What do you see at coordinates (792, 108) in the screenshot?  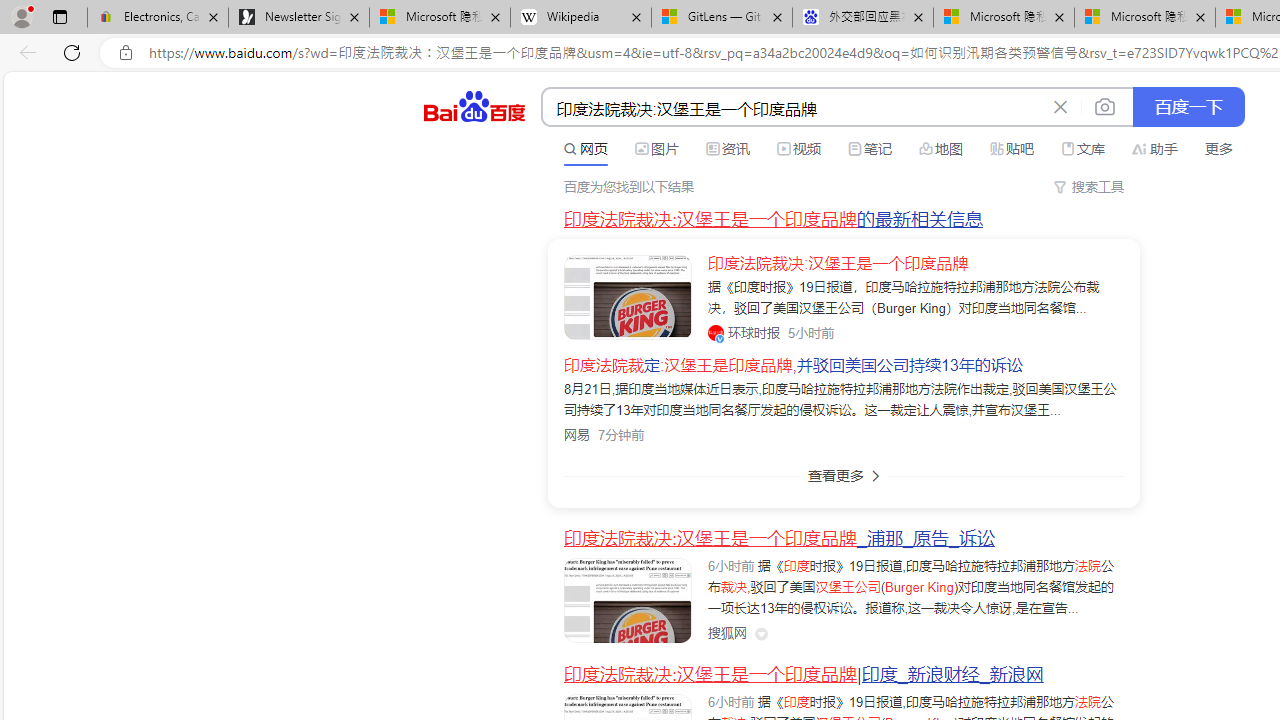 I see `'AutomationID: kw'` at bounding box center [792, 108].